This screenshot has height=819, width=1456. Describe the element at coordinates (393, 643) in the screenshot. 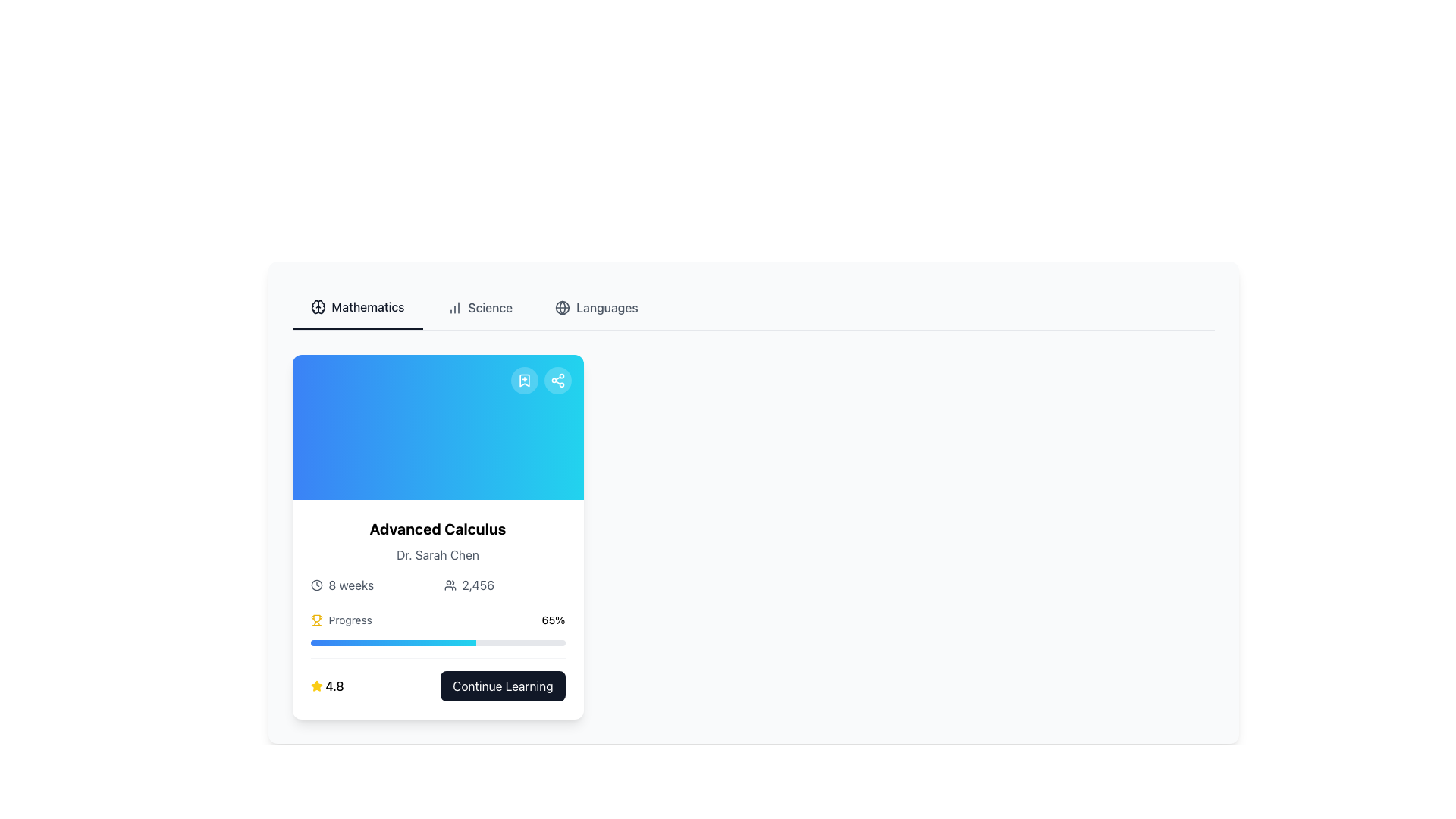

I see `the filled portion of the progress bar segment, which is visually styled with a gradient from blue to cyan, located at the bottom of the card interface under the 'Progress' label and '65%' percentage` at that location.